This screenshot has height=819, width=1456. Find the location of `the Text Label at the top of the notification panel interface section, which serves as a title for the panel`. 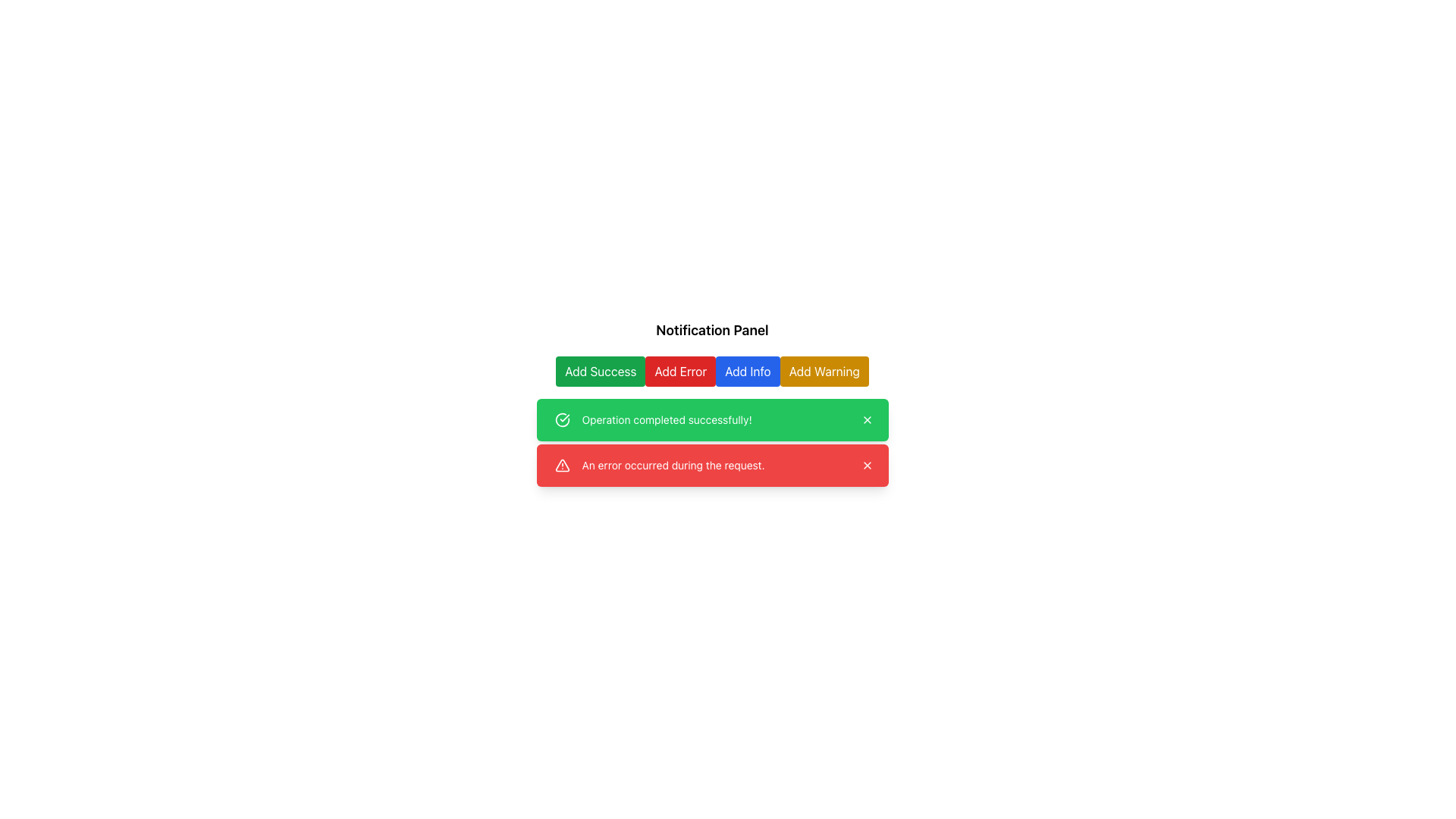

the Text Label at the top of the notification panel interface section, which serves as a title for the panel is located at coordinates (711, 329).